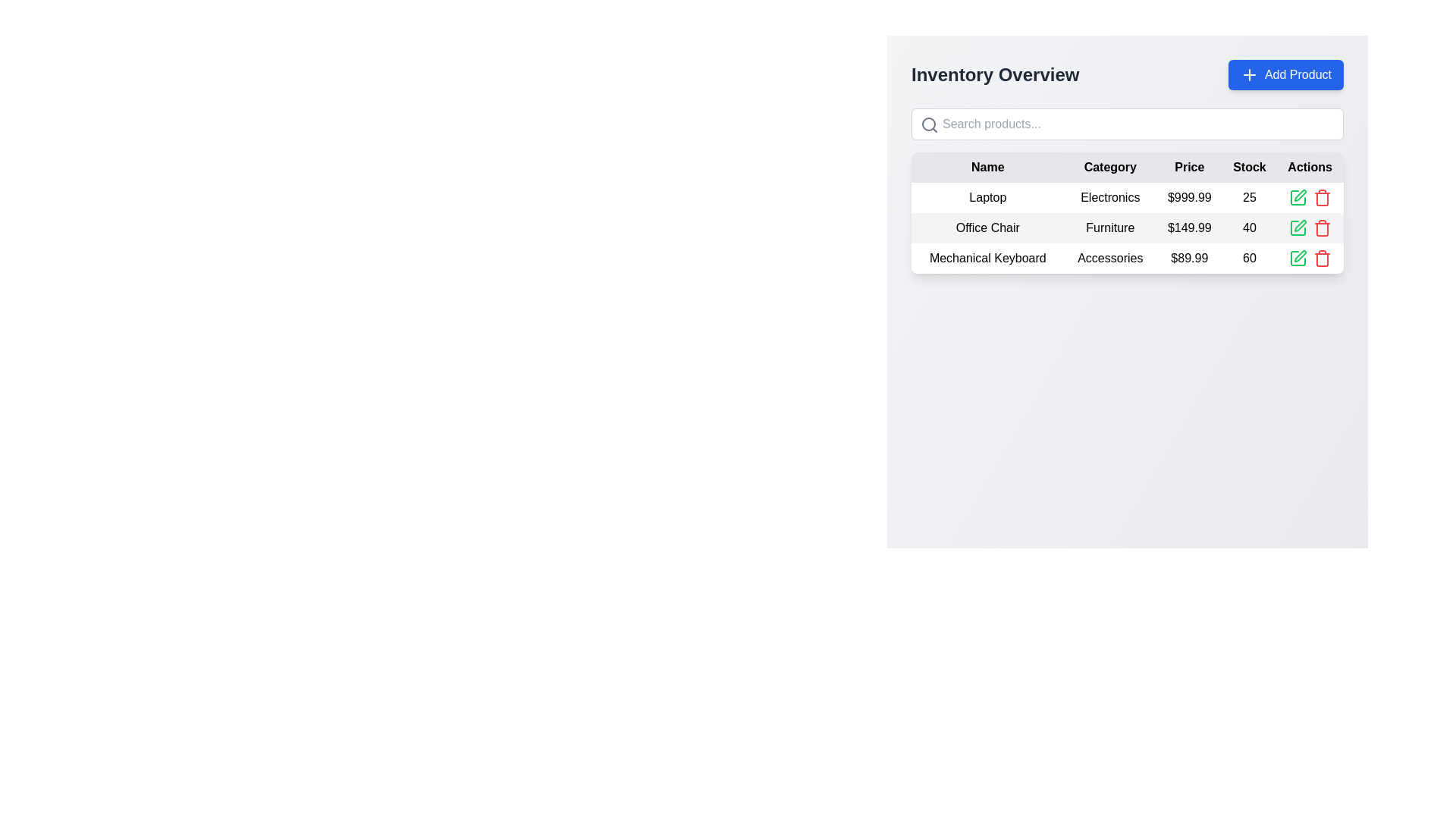  I want to click on the static text label 'Accessories' located in the 'Category' column of the table, which is positioned between 'Mechanical Keyboard' and '$89.99', so click(1110, 257).